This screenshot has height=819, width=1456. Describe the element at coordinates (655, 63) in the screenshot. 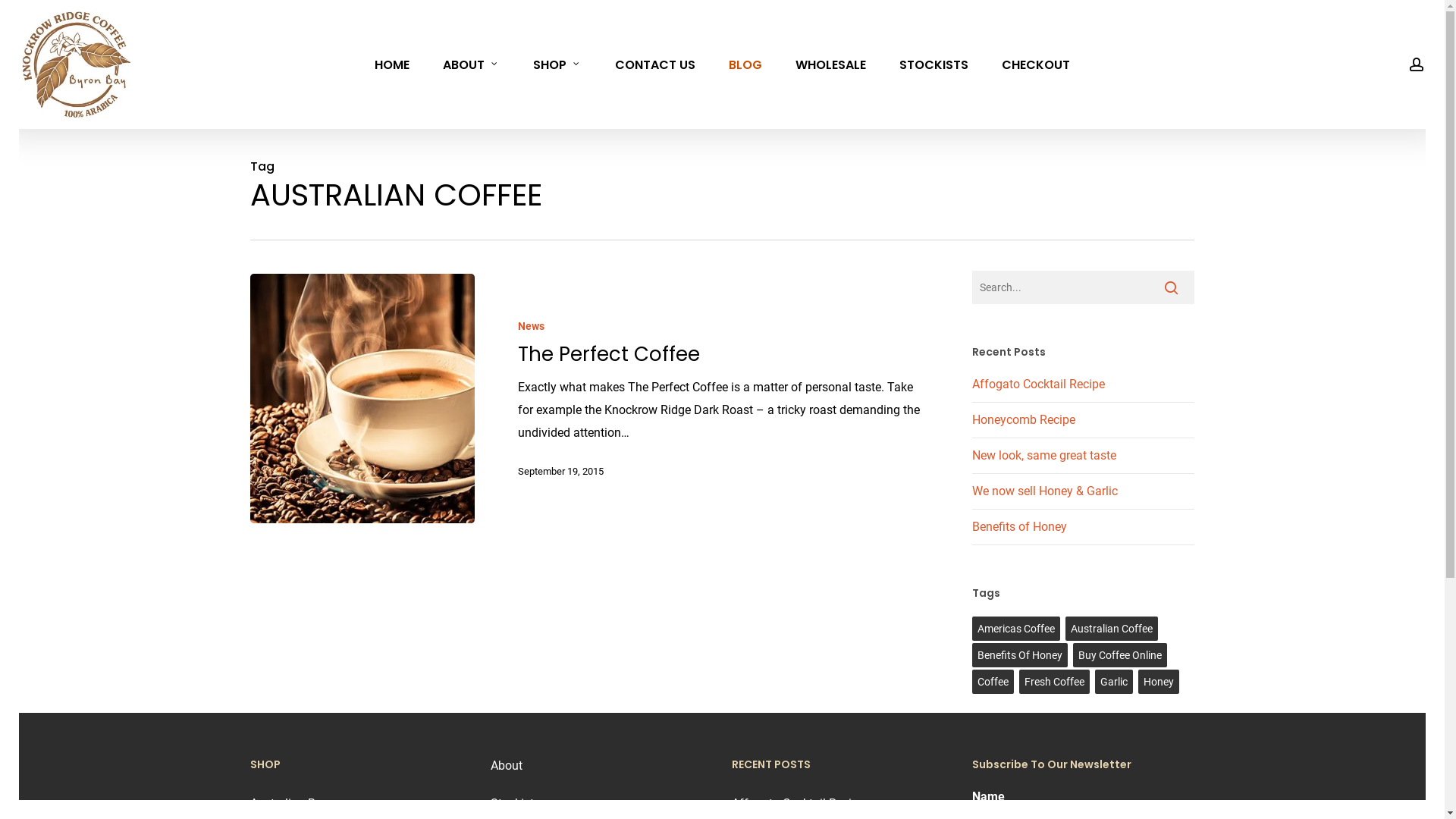

I see `'CONTACT US'` at that location.